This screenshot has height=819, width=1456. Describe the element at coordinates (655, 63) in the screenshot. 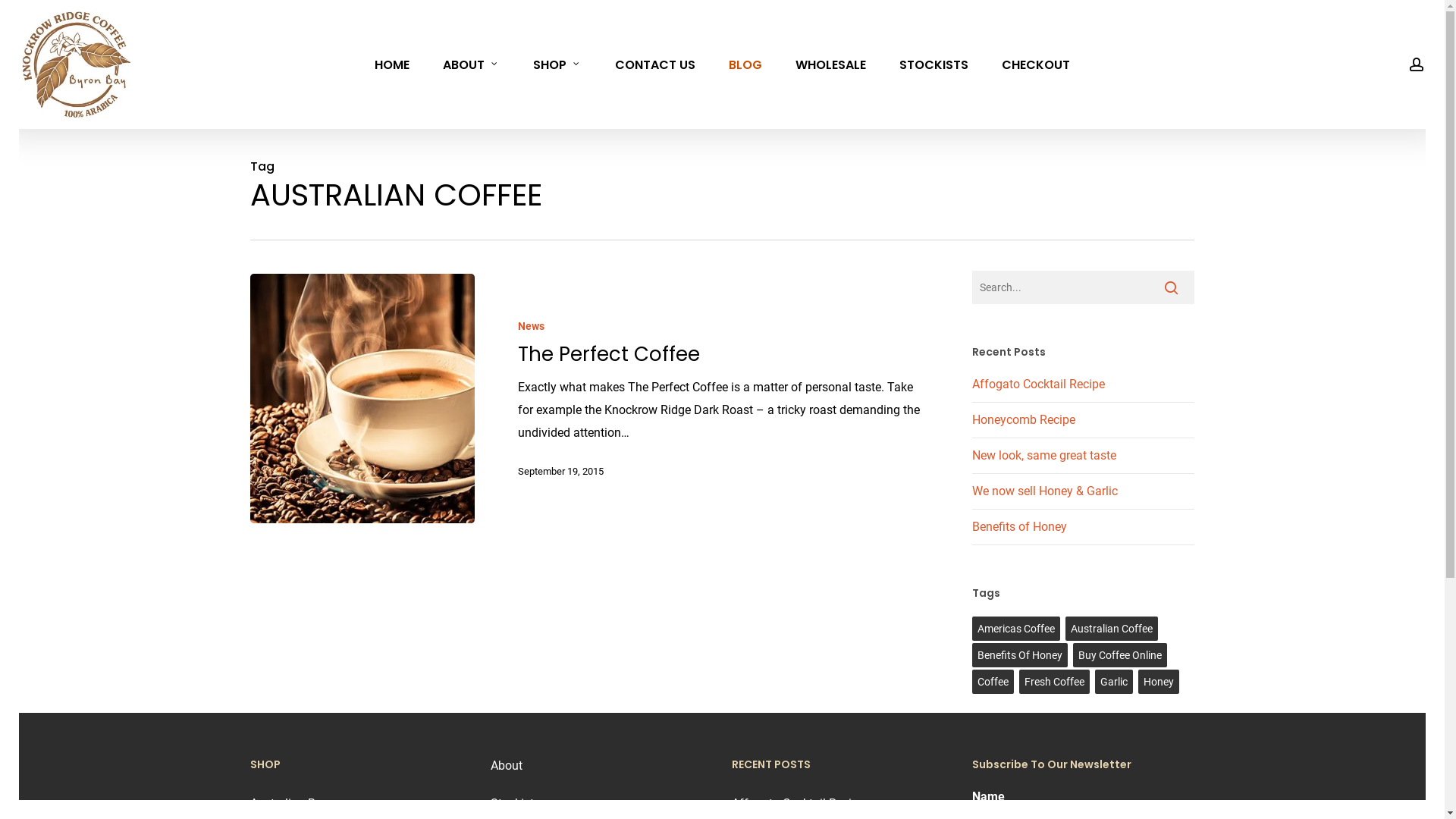

I see `'CONTACT US'` at that location.